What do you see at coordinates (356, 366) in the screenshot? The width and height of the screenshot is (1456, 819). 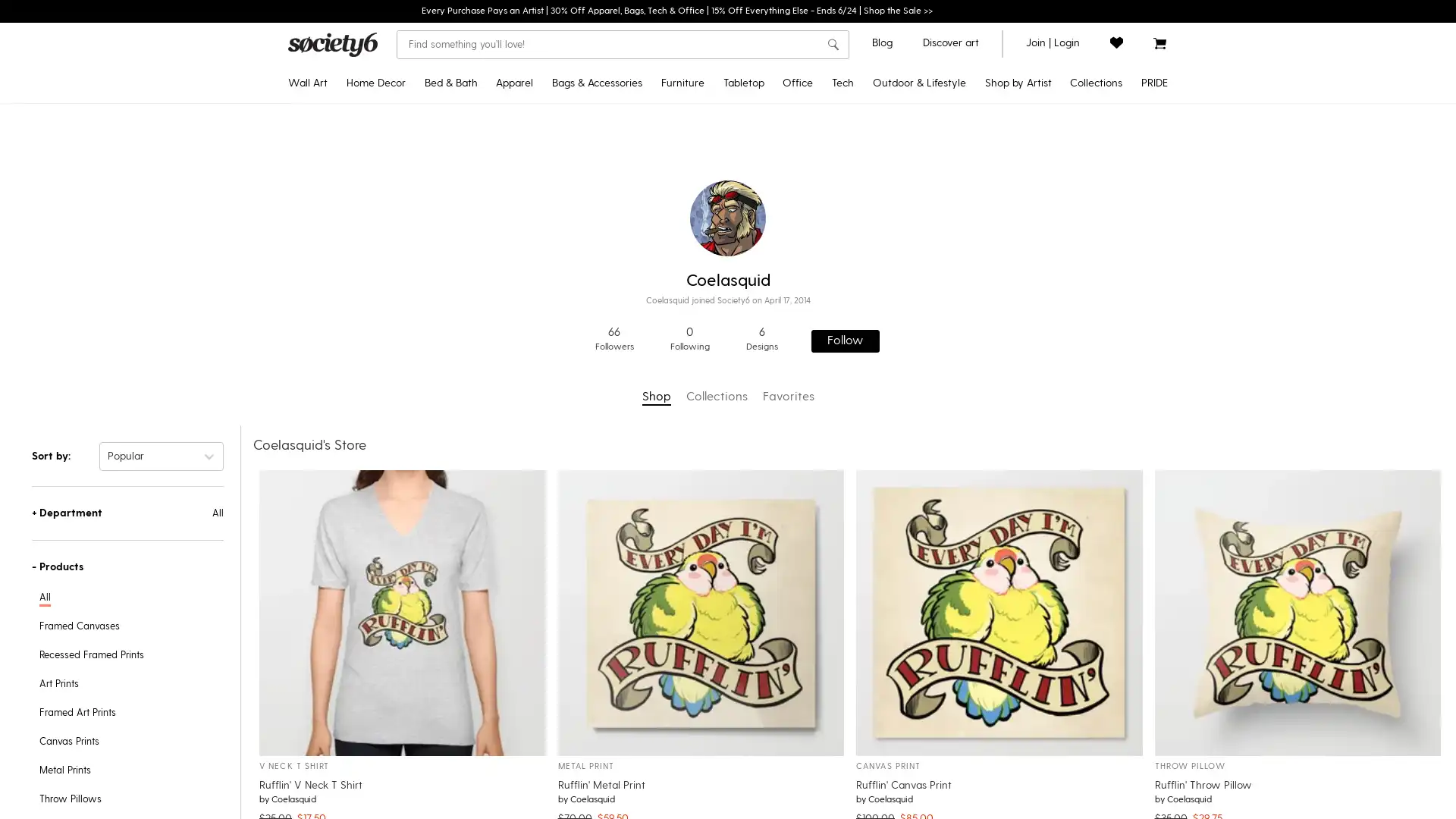 I see `Wood Wall Art` at bounding box center [356, 366].